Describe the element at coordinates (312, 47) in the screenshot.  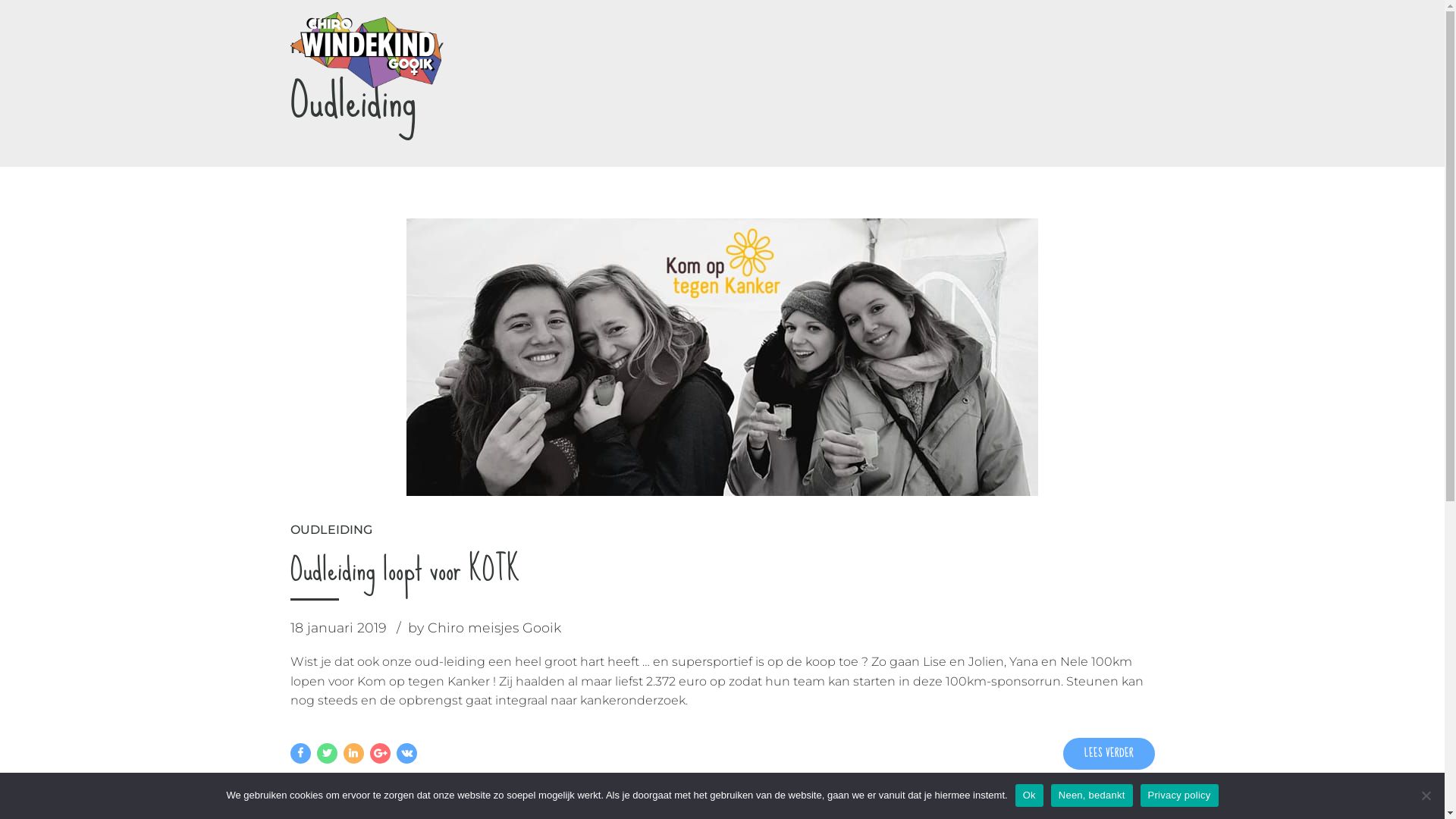
I see `'HOME'` at that location.